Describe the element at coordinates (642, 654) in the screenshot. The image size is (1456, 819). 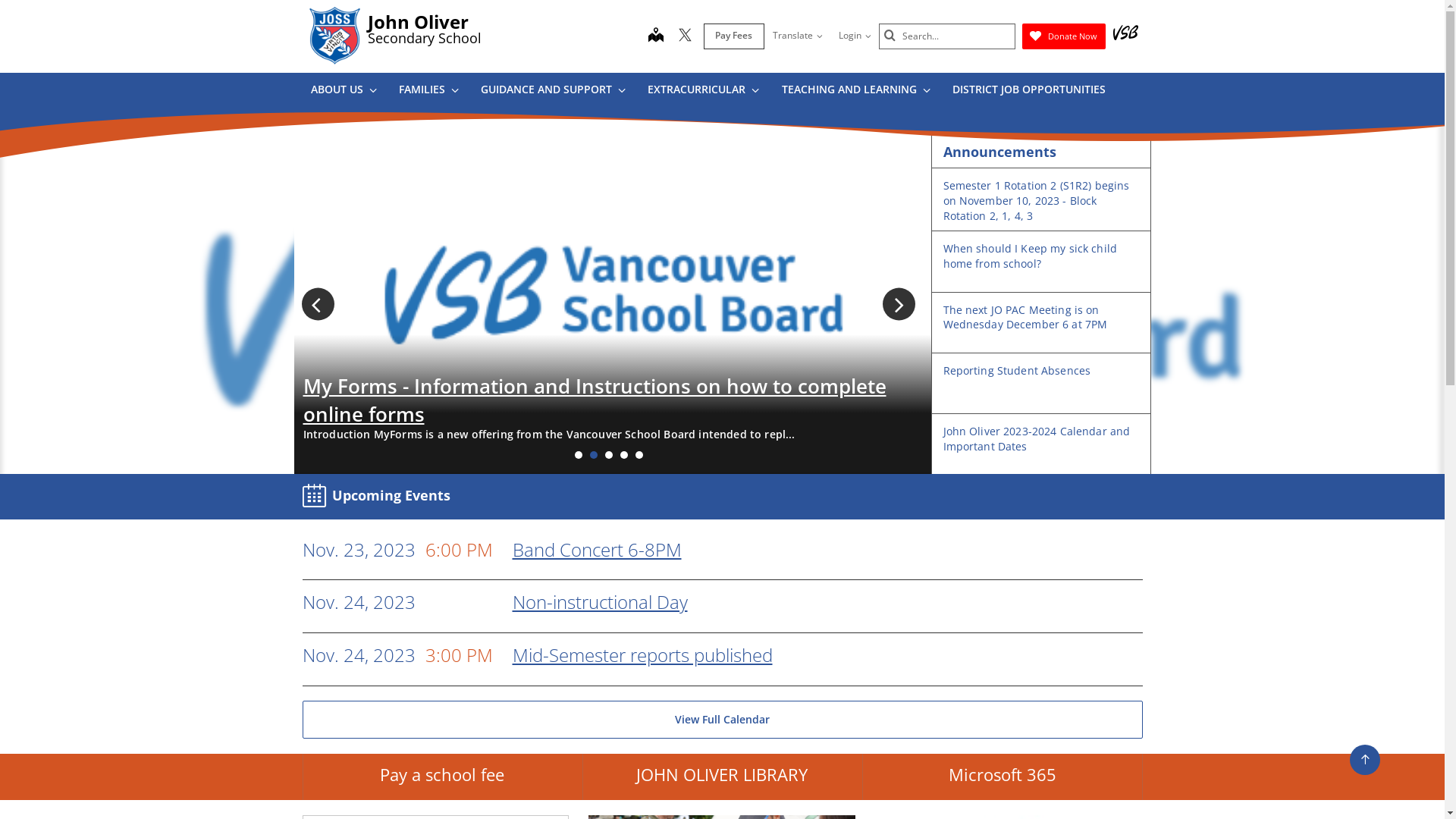
I see `'Mid-Semester reports published'` at that location.